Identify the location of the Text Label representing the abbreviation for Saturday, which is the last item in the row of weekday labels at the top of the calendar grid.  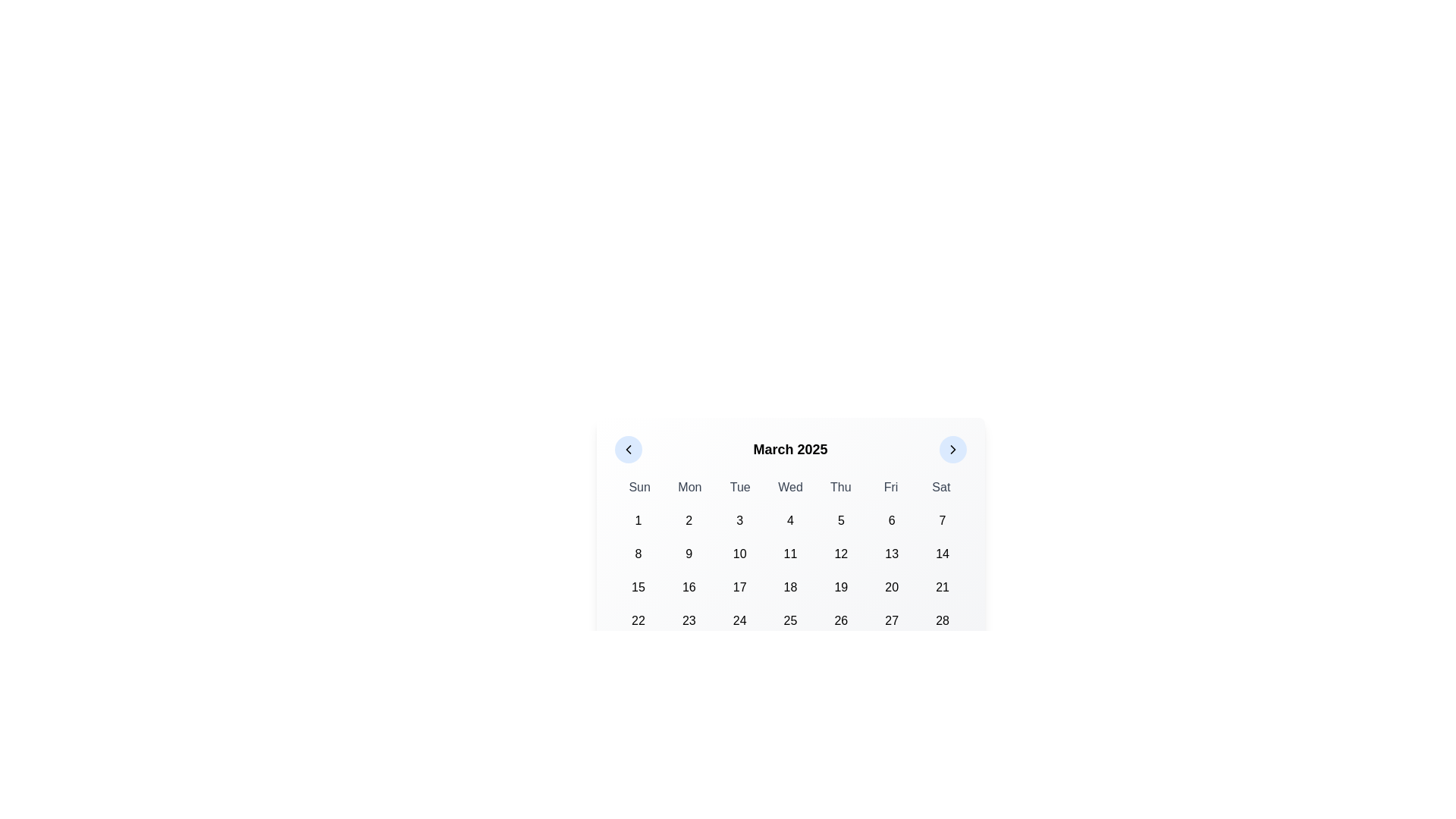
(940, 488).